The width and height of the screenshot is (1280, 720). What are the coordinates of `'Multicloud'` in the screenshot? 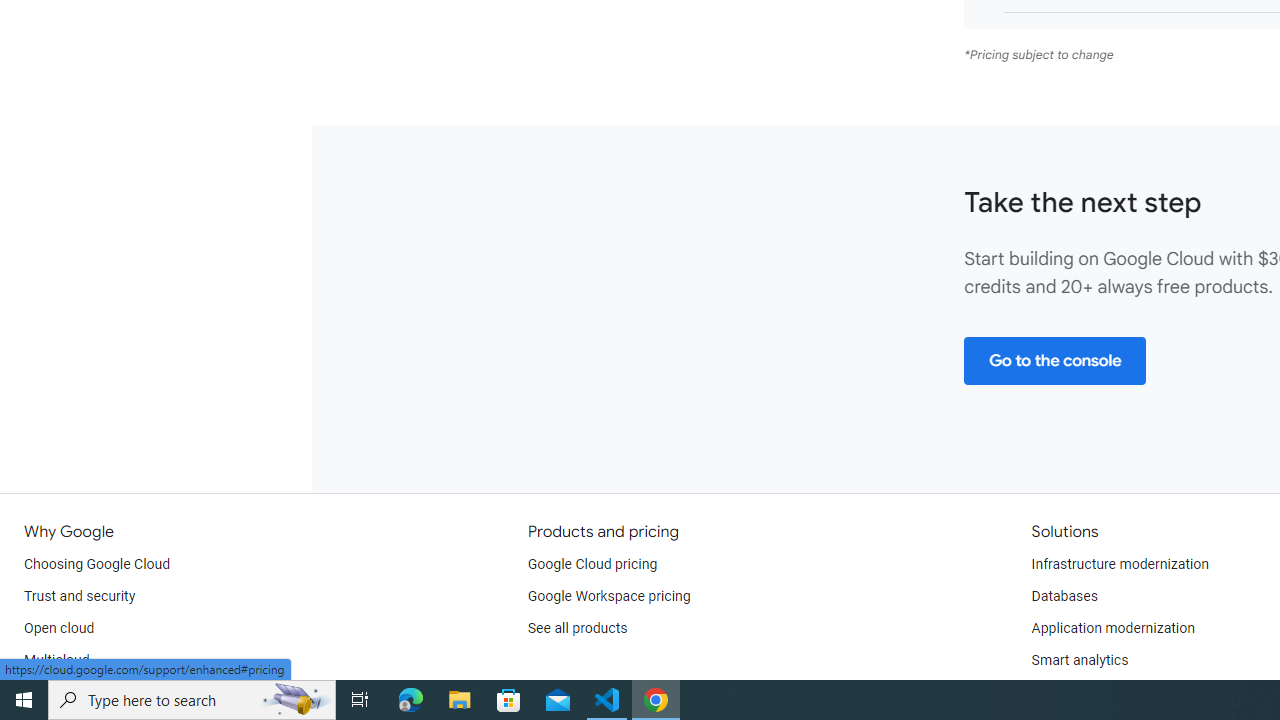 It's located at (56, 660).